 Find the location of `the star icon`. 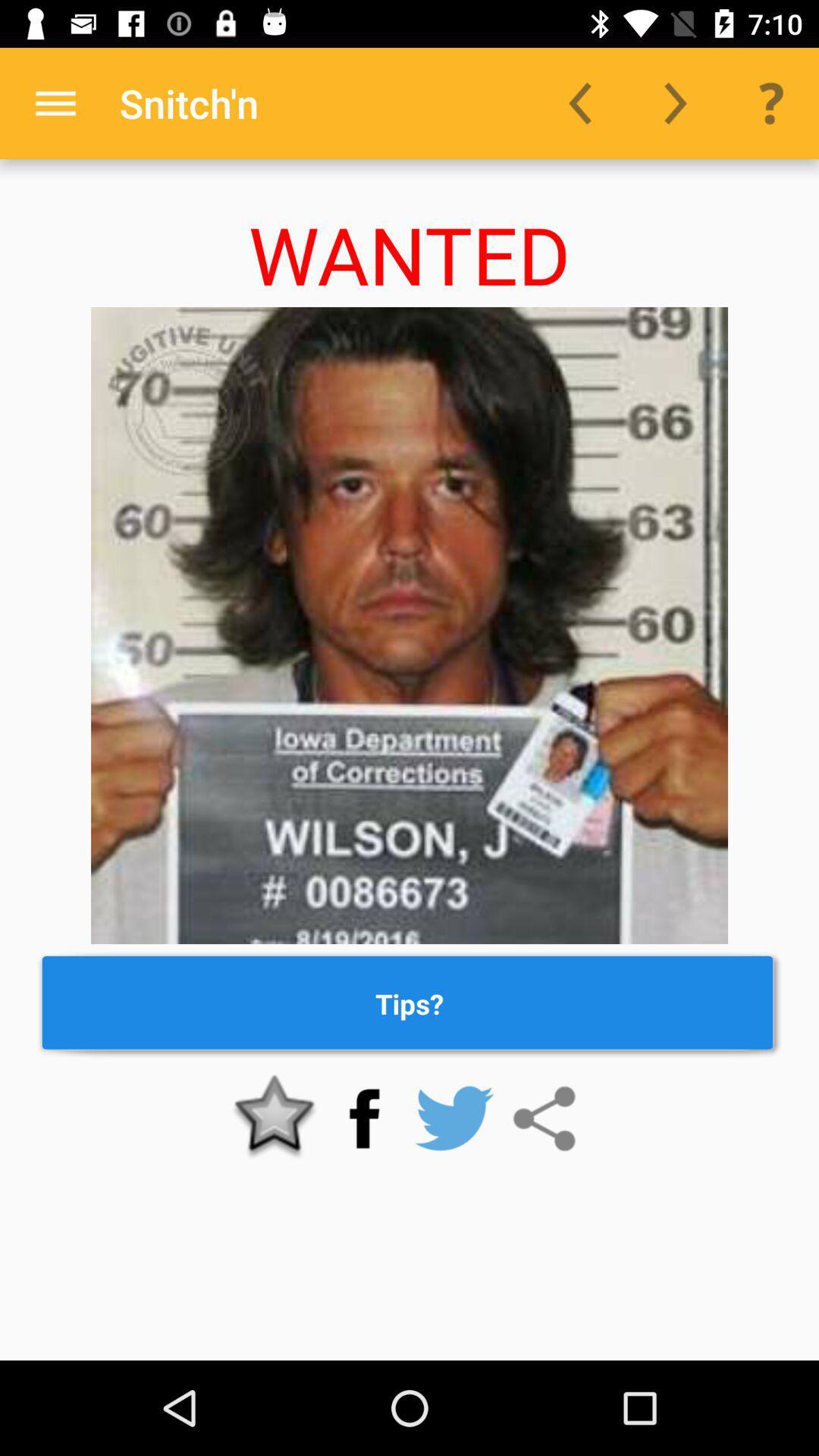

the star icon is located at coordinates (275, 1119).